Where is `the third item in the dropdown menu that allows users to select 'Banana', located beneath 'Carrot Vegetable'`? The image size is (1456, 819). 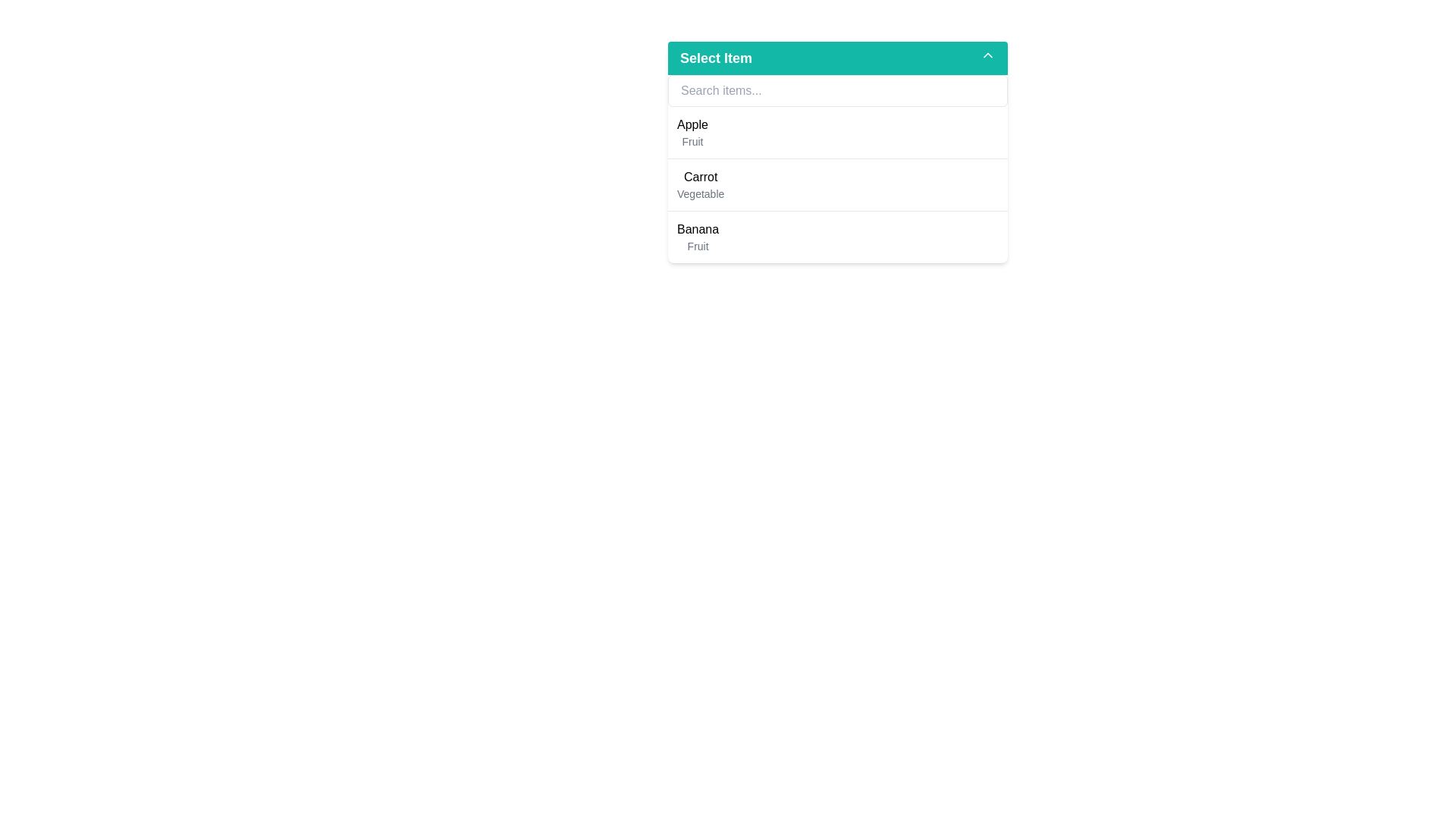 the third item in the dropdown menu that allows users to select 'Banana', located beneath 'Carrot Vegetable' is located at coordinates (836, 237).